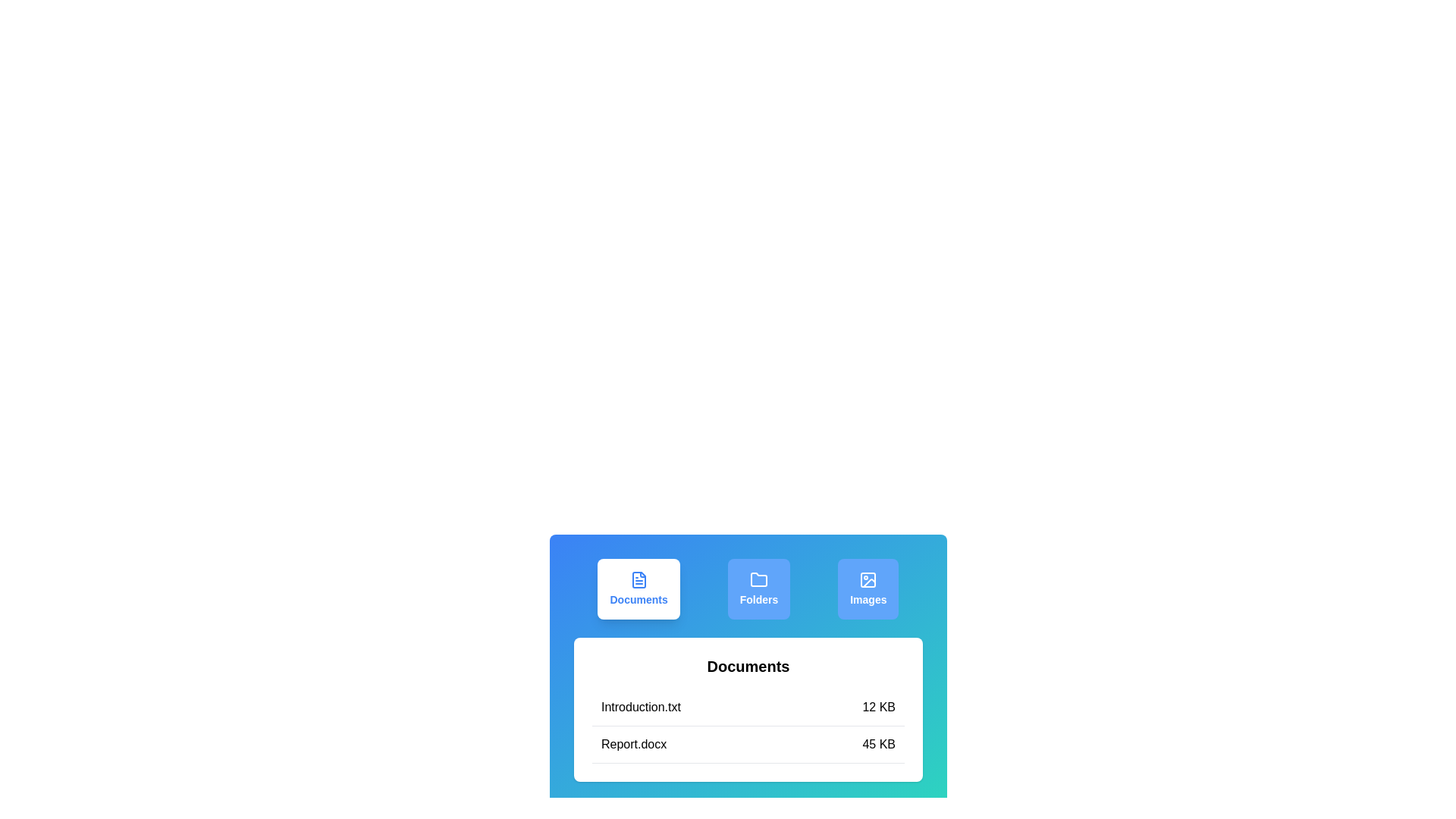 The image size is (1456, 819). I want to click on the first button in a group of three, which has a white background, a blue document icon, and the text 'Documents' below it, so click(639, 588).